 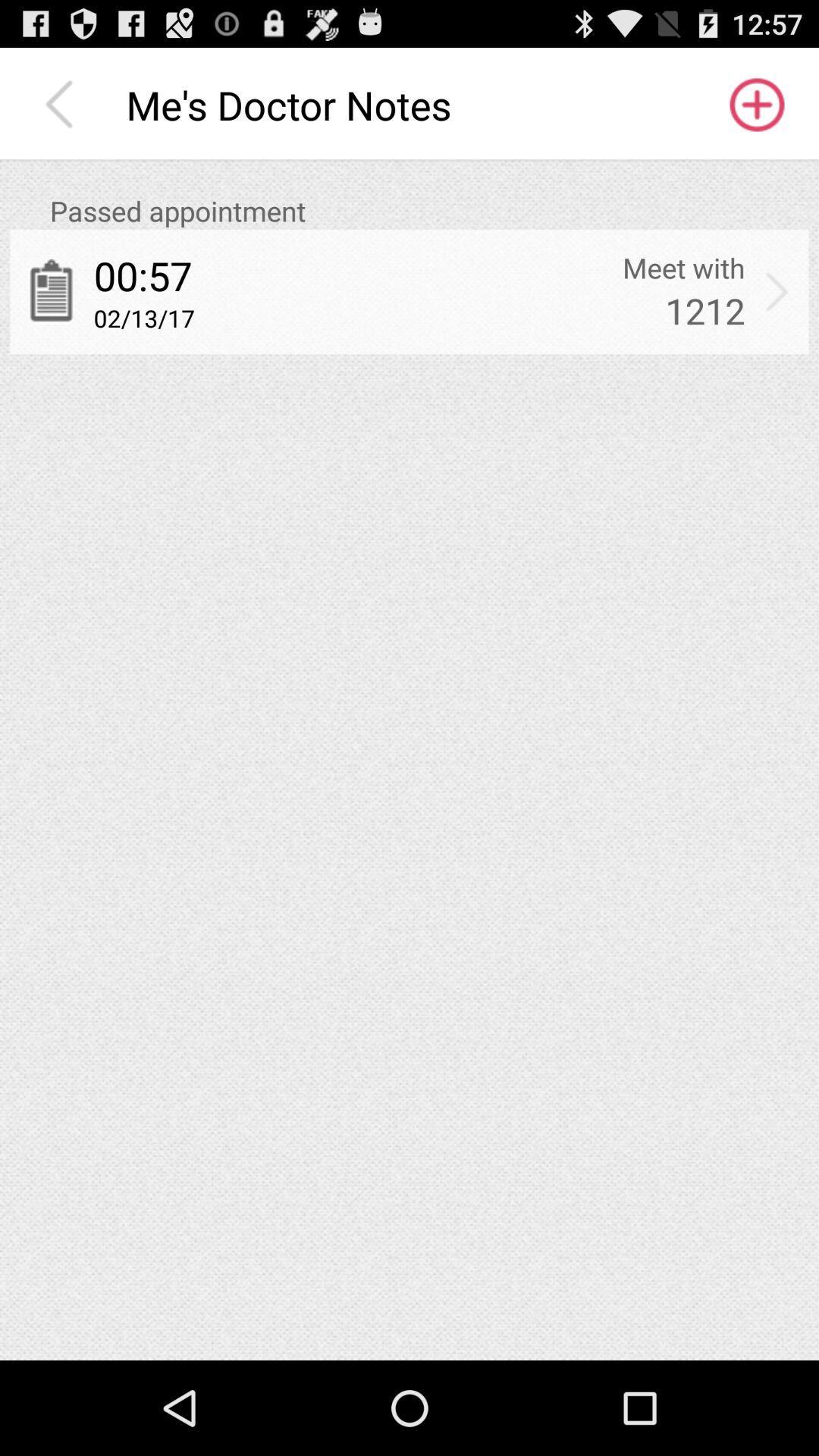 What do you see at coordinates (777, 291) in the screenshot?
I see `the app below passed appointment icon` at bounding box center [777, 291].